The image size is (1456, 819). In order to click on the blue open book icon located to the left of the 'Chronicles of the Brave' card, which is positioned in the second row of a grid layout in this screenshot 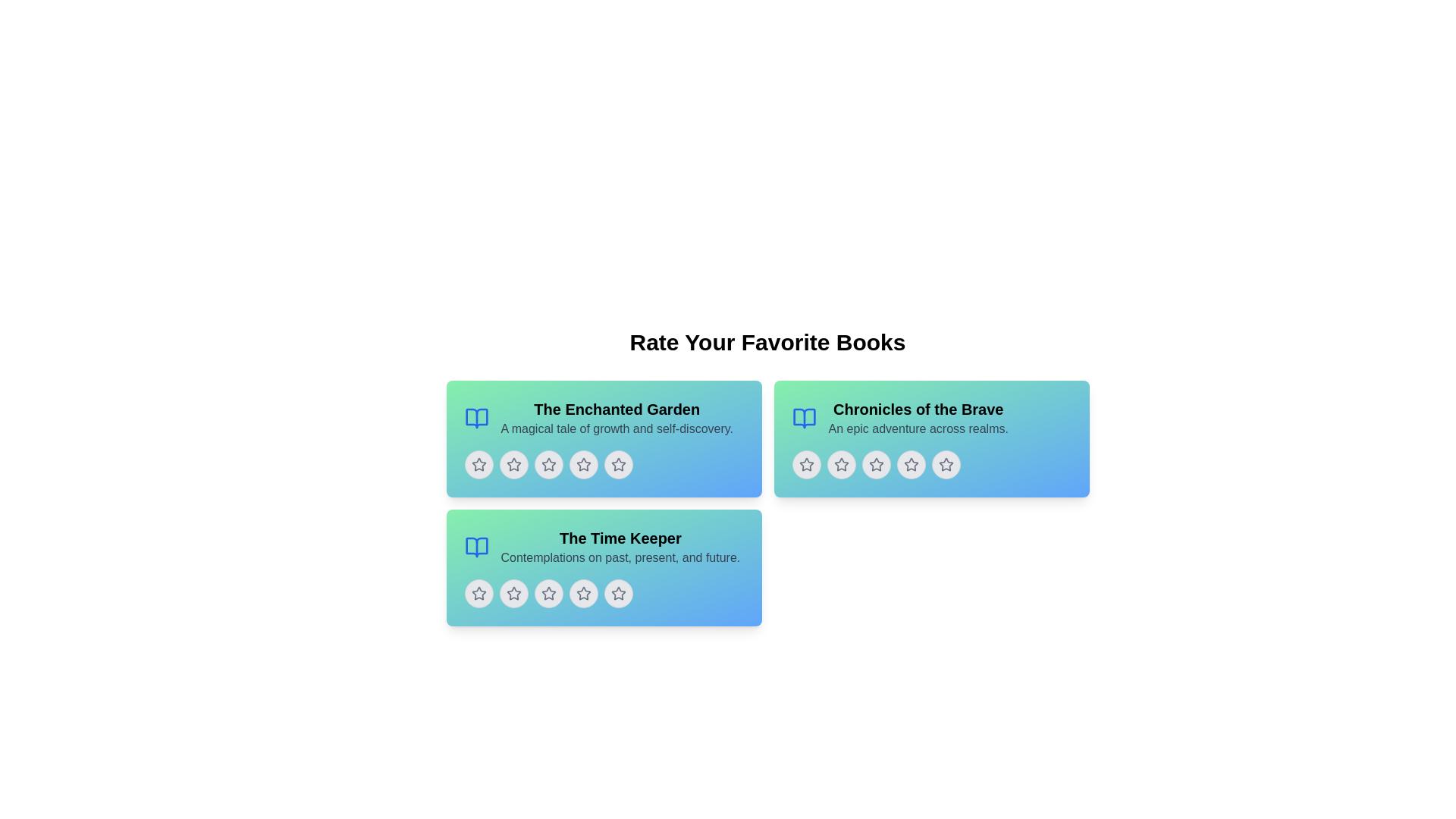, I will do `click(803, 418)`.